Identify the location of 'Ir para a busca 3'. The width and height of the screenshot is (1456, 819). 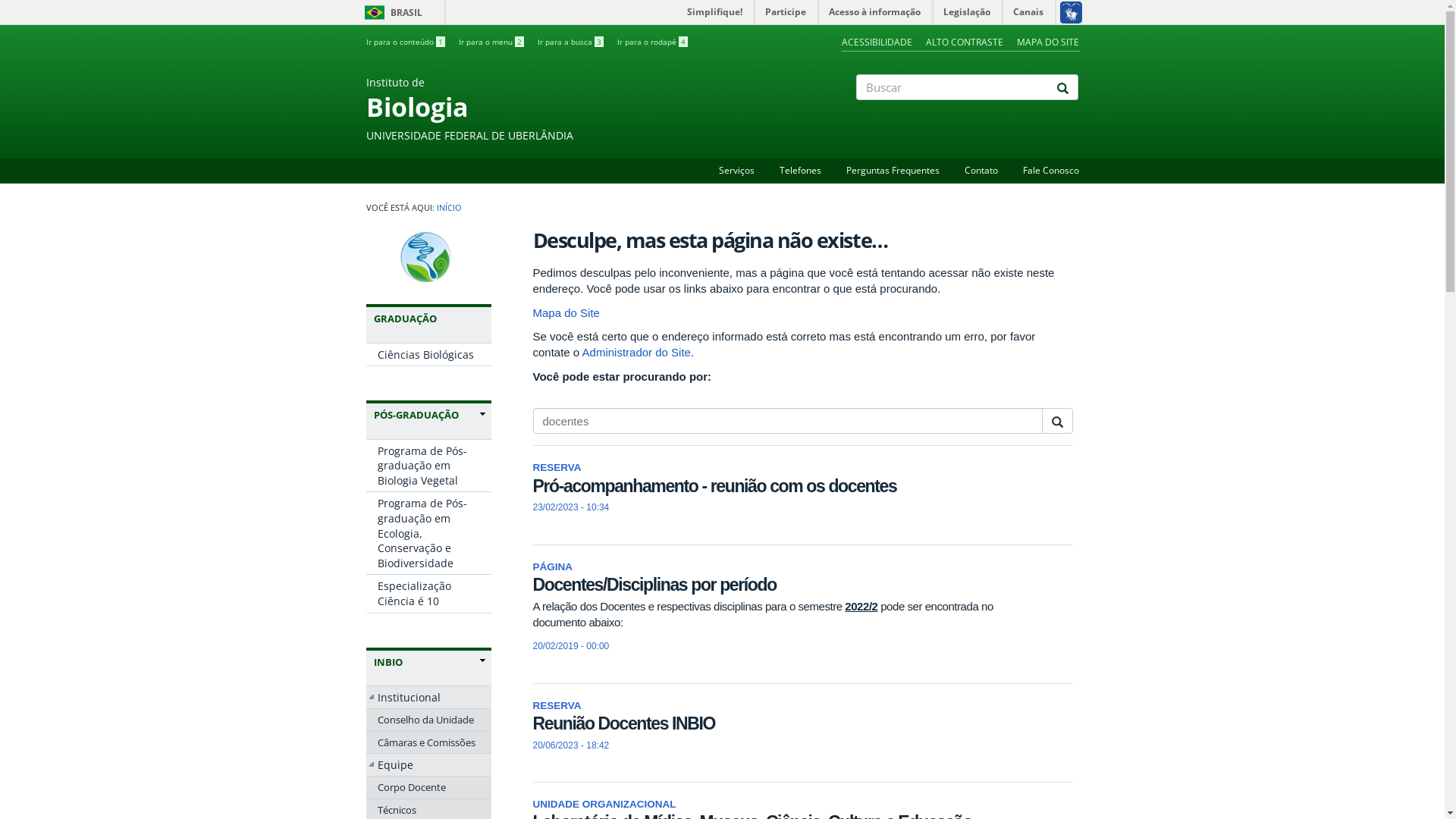
(569, 40).